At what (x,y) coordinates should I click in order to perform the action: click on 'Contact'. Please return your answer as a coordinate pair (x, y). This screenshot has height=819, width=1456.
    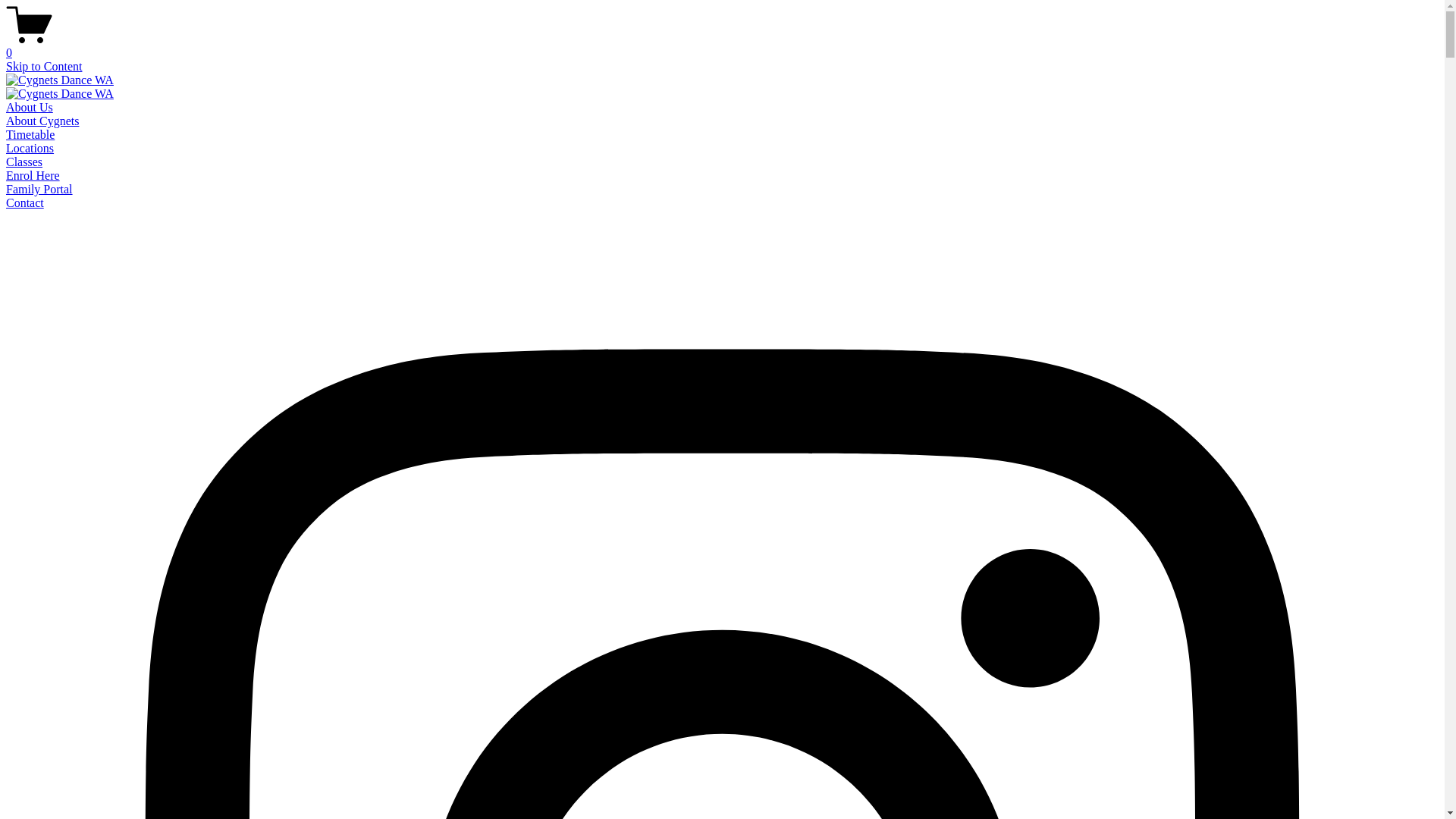
    Looking at the image, I should click on (25, 202).